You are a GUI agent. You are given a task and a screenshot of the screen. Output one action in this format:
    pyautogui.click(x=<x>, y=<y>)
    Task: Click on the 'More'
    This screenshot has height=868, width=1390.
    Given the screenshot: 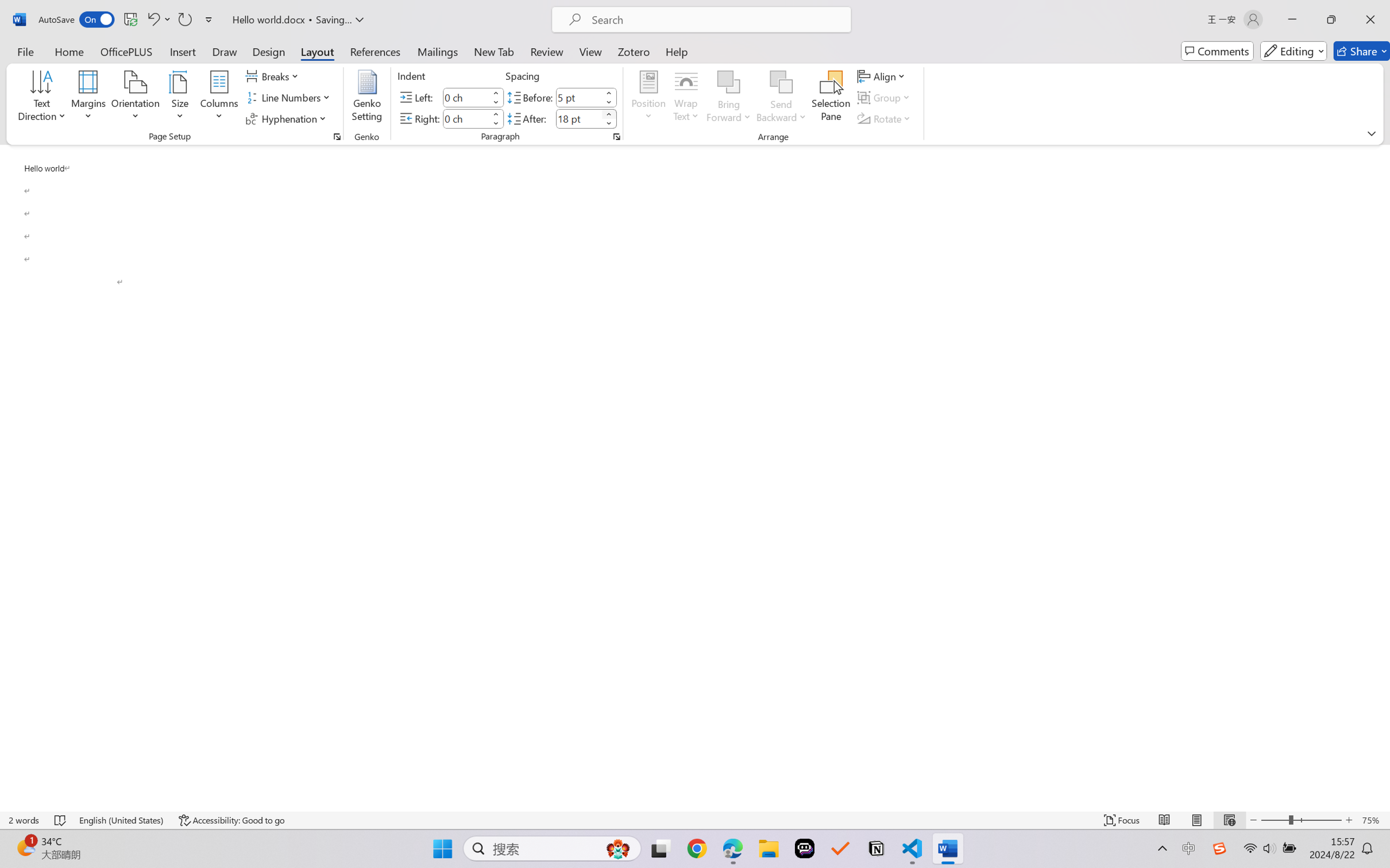 What is the action you would take?
    pyautogui.click(x=608, y=114)
    